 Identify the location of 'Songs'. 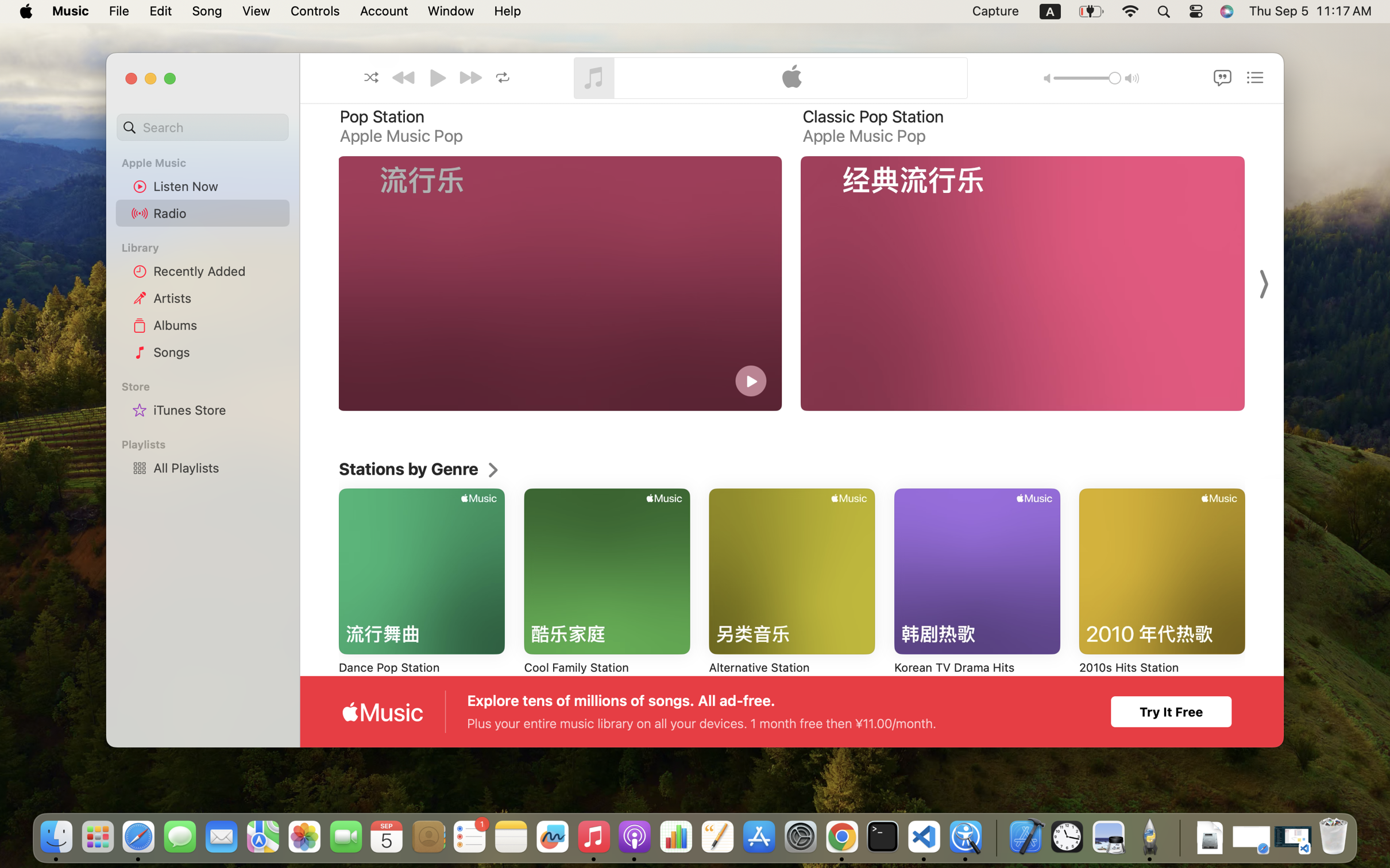
(218, 351).